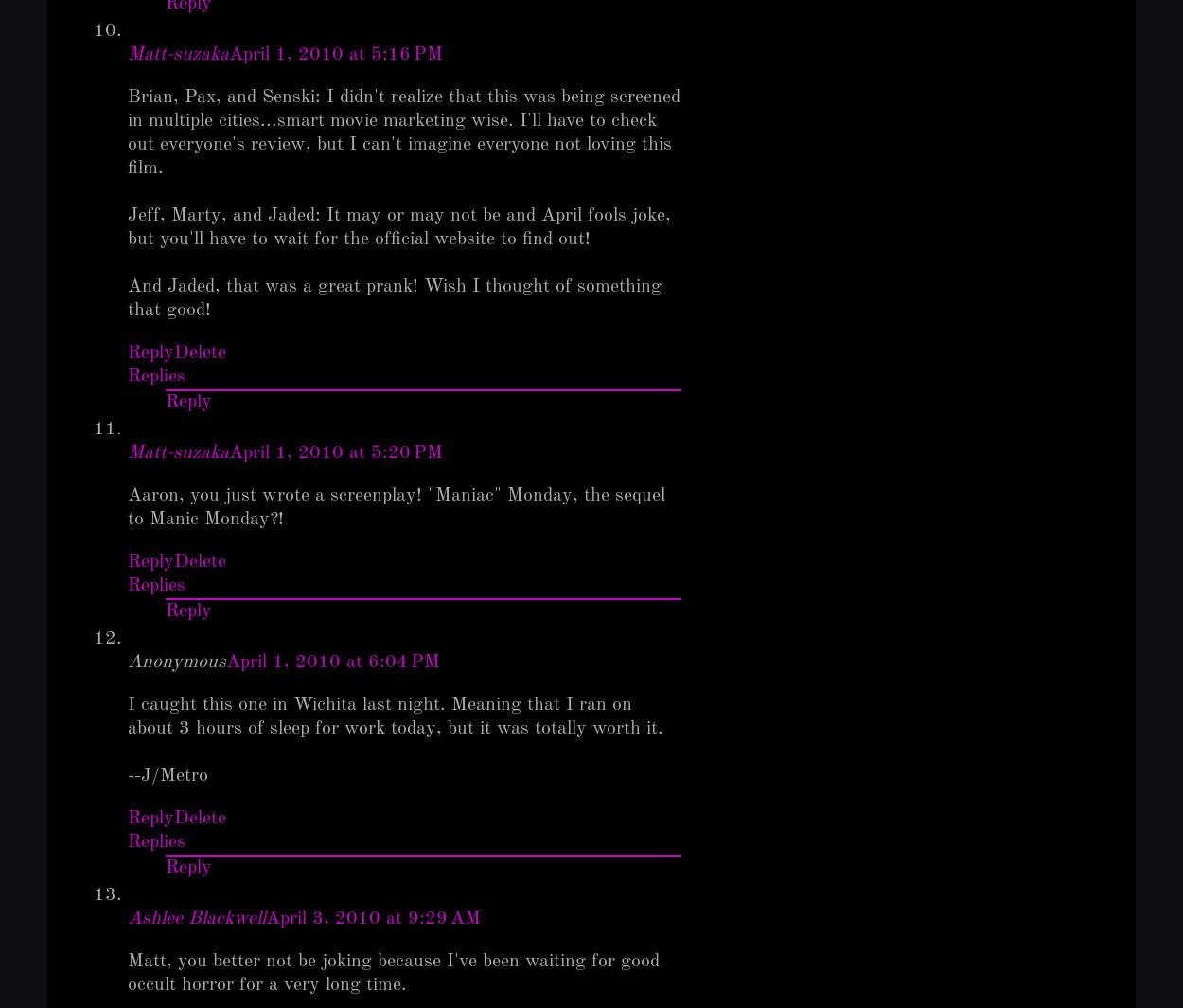 Image resolution: width=1183 pixels, height=1008 pixels. I want to click on 'April 1, 2010 at 6:04 PM', so click(225, 663).